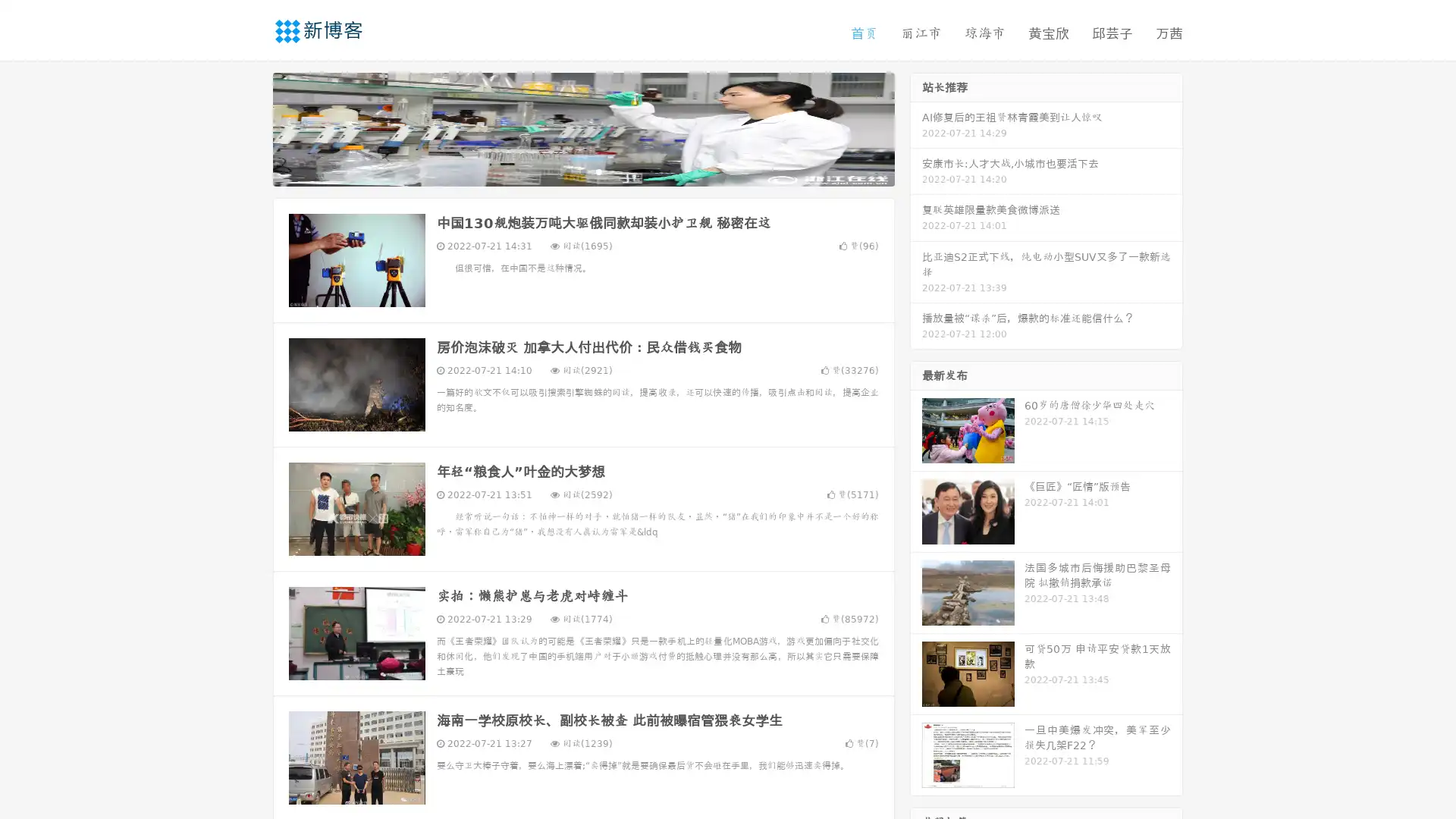 The image size is (1456, 819). What do you see at coordinates (250, 127) in the screenshot?
I see `Previous slide` at bounding box center [250, 127].